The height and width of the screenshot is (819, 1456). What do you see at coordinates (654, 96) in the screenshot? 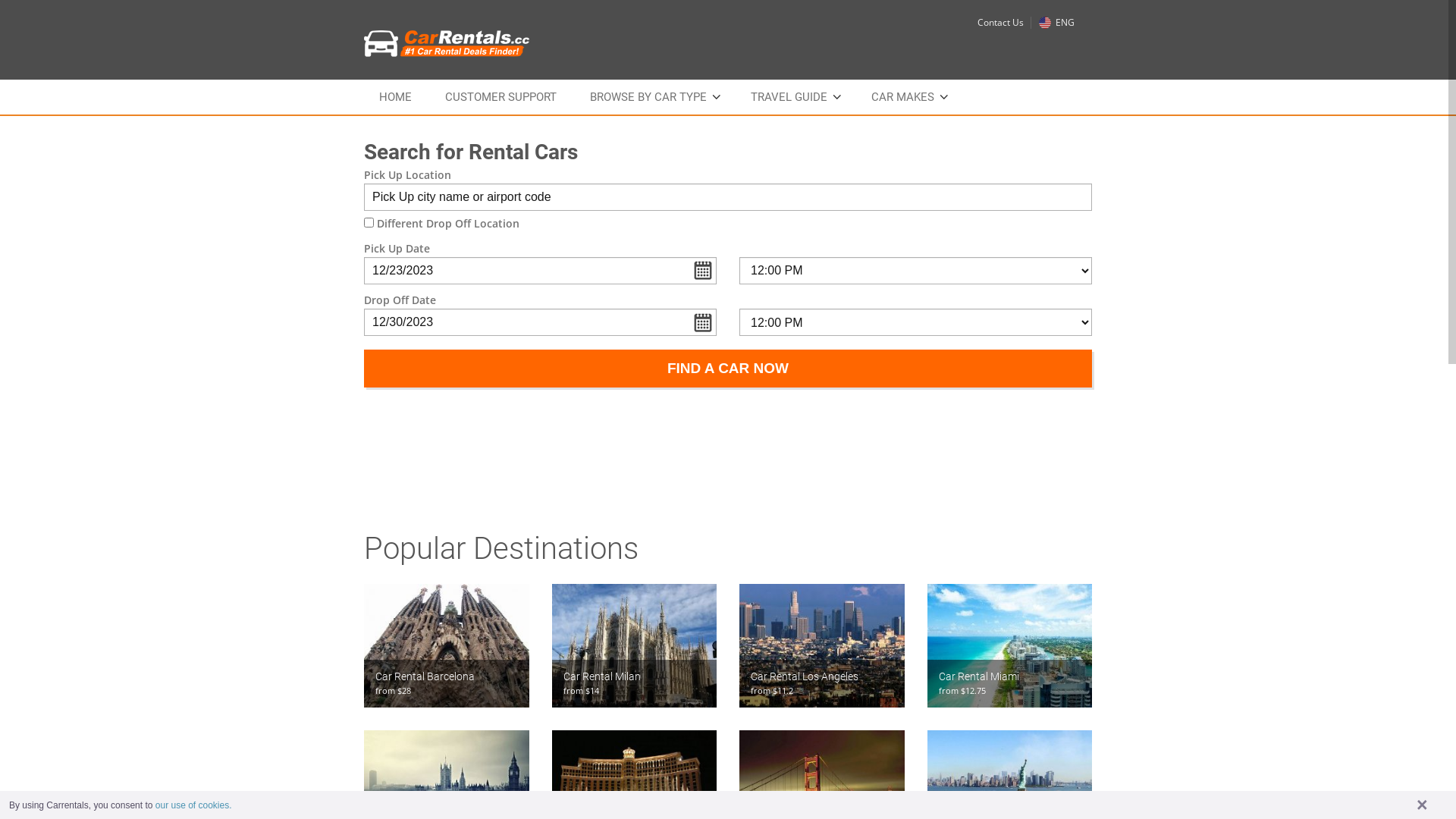
I see `'BROWSE BY CAR TYPE'` at bounding box center [654, 96].